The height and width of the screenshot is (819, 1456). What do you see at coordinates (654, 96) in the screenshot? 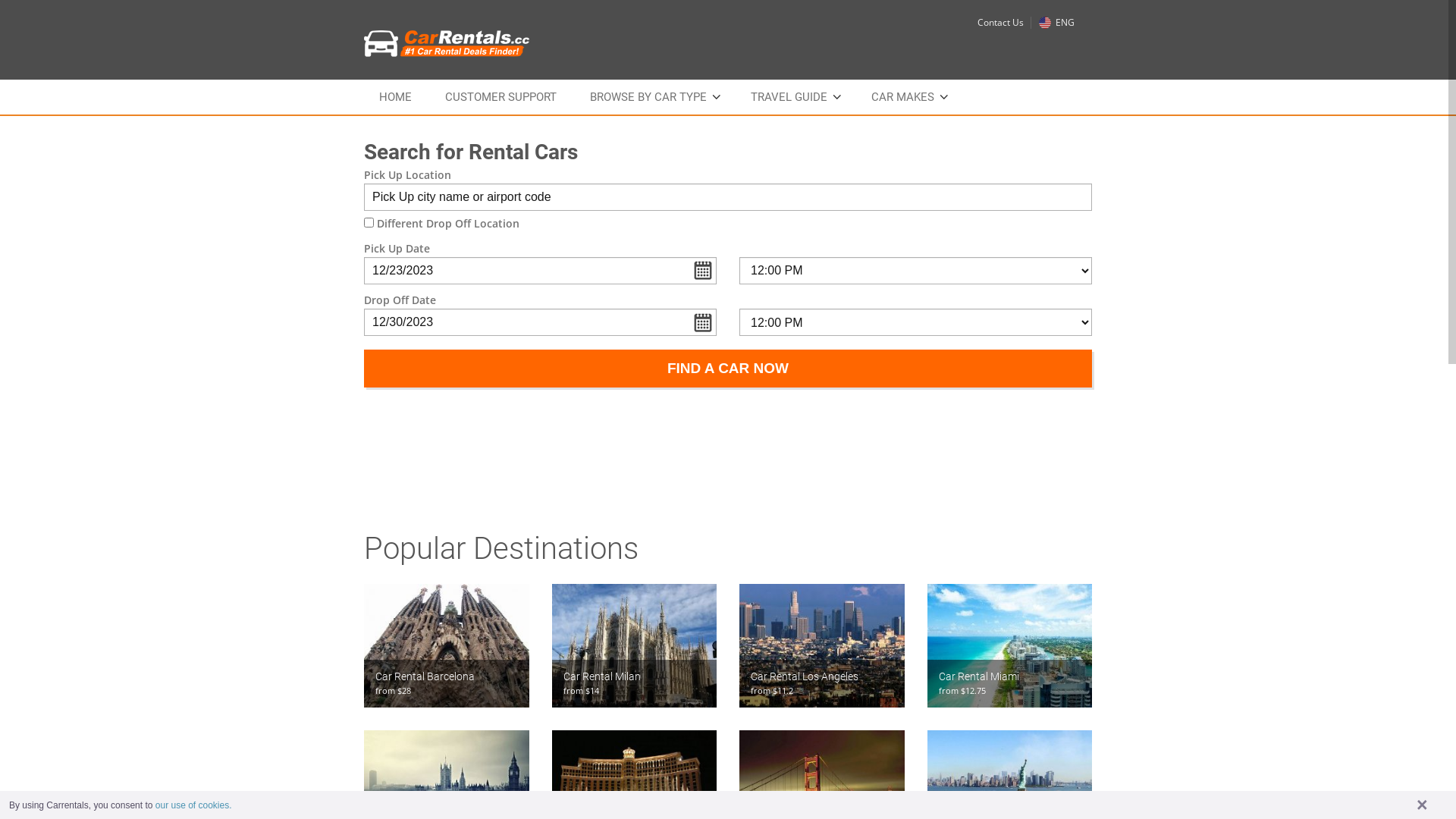
I see `'BROWSE BY CAR TYPE'` at bounding box center [654, 96].